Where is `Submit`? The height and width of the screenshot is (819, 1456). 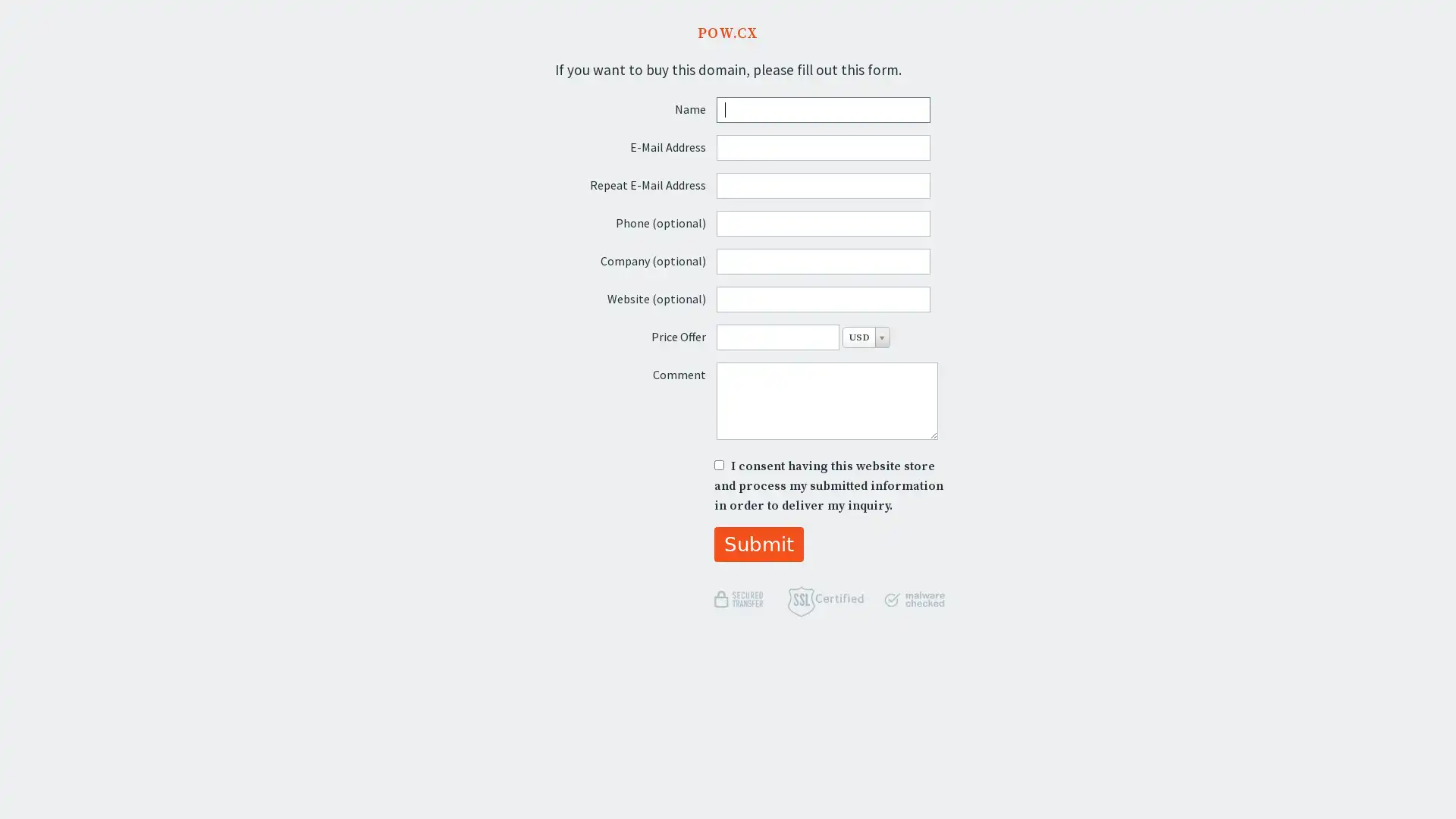
Submit is located at coordinates (758, 543).